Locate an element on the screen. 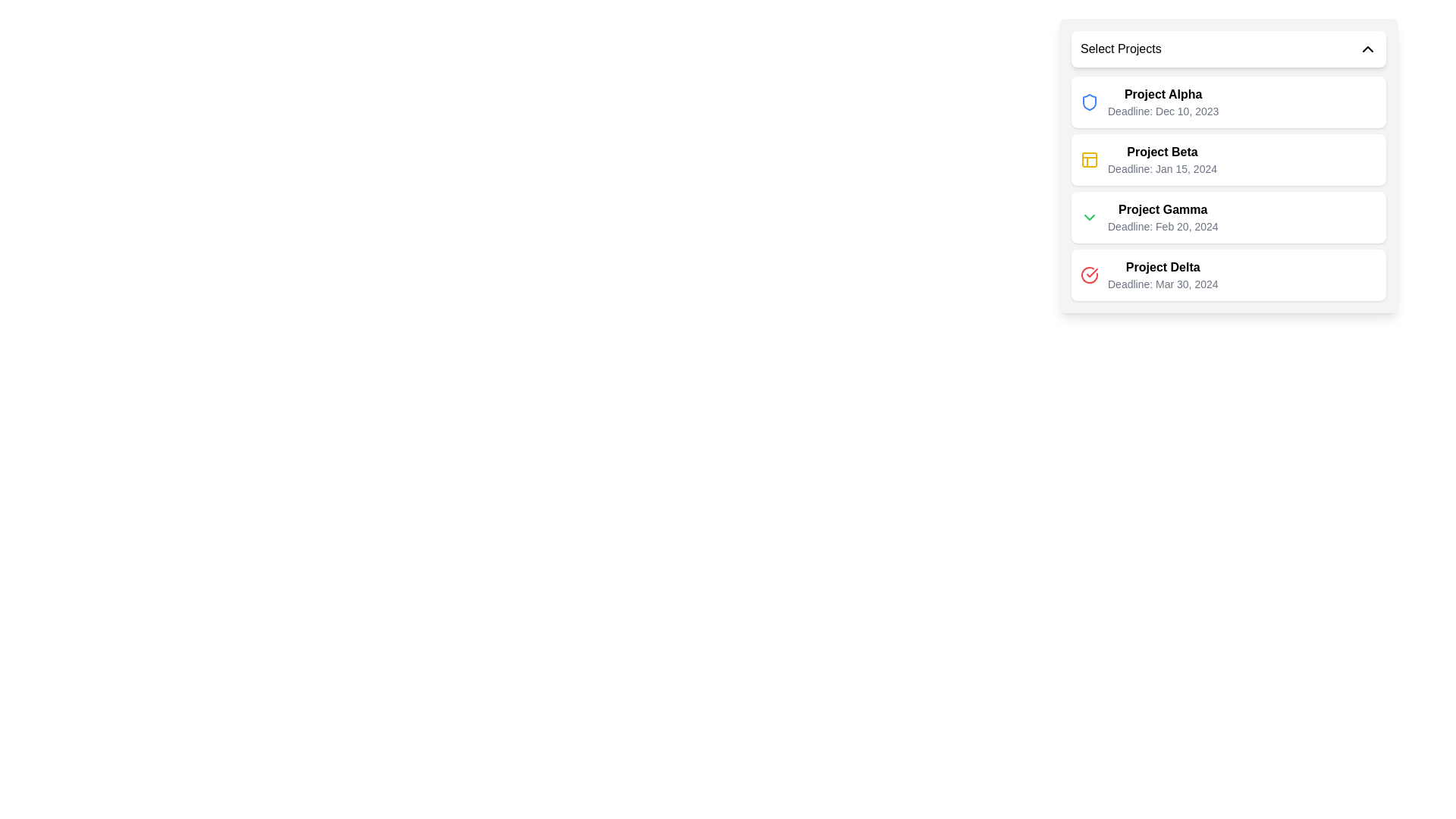 The width and height of the screenshot is (1456, 819). the text block displaying 'Project Alpha' with the deadline 'Deadline: Dec 10, 2023', which is aligned to the right of a blue icon in the dropdown menu is located at coordinates (1163, 102).